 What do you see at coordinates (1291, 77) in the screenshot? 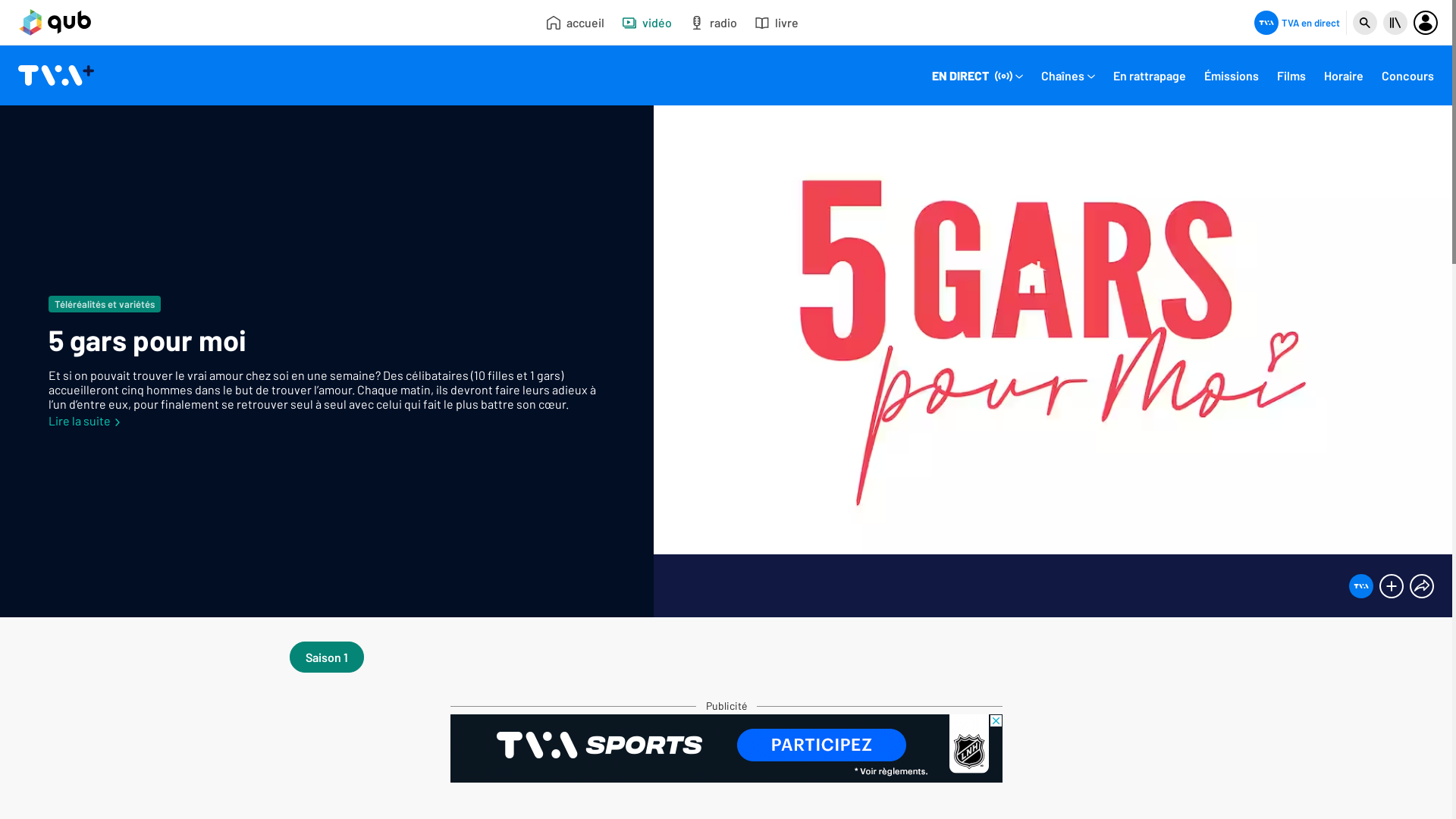
I see `'Films'` at bounding box center [1291, 77].